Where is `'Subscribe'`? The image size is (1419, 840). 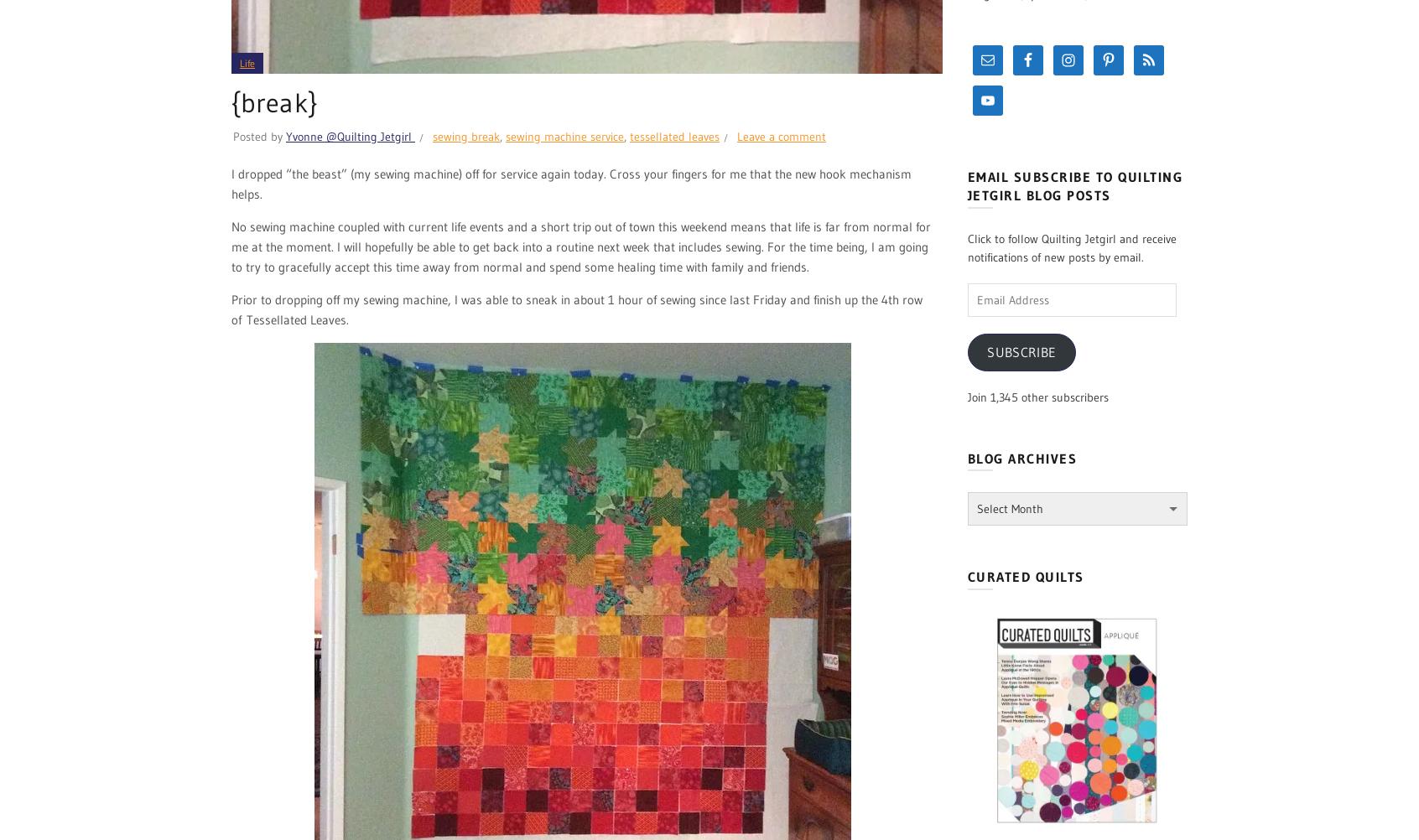 'Subscribe' is located at coordinates (1021, 350).